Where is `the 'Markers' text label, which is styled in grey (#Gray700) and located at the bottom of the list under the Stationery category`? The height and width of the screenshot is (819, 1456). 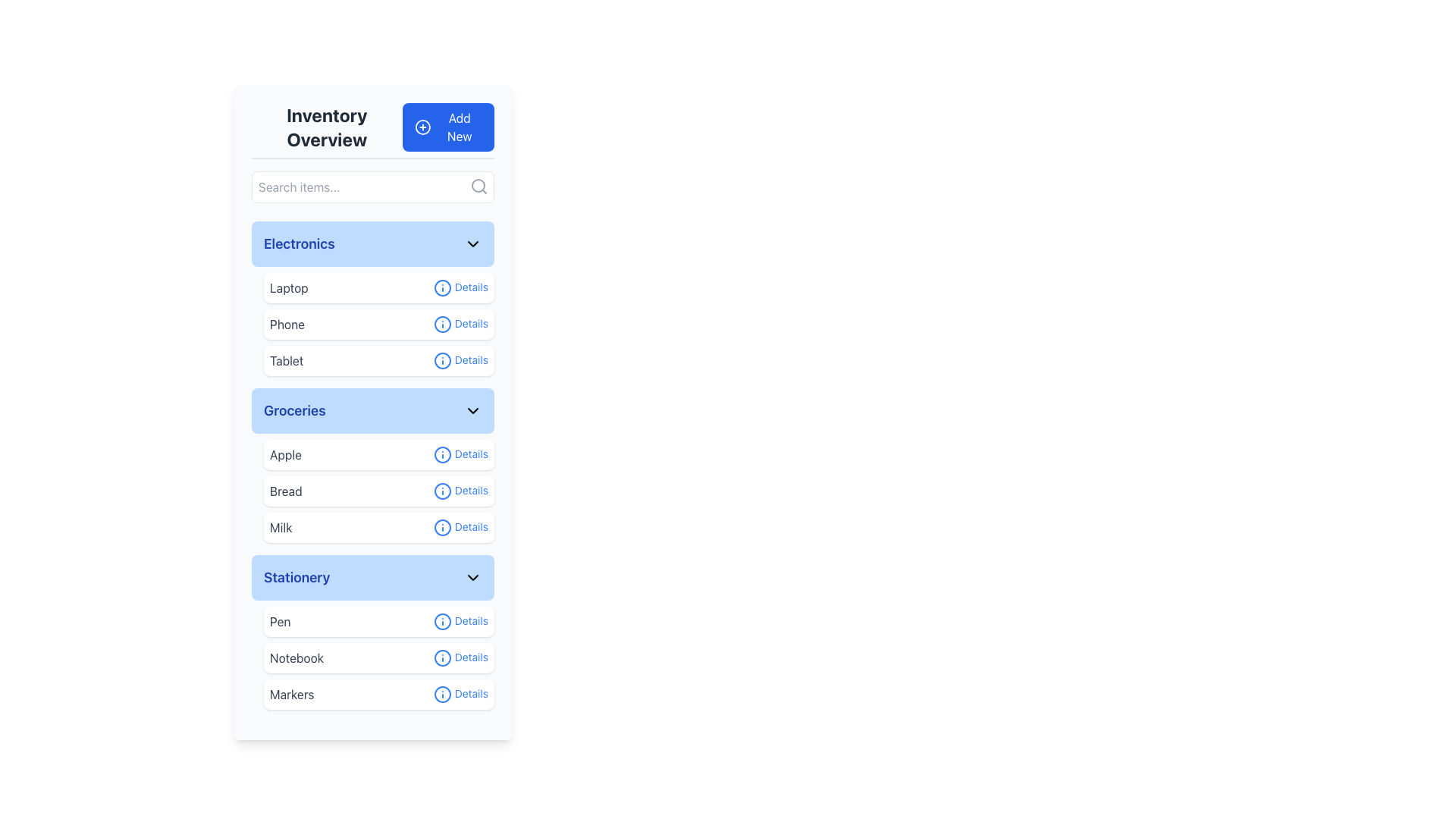
the 'Markers' text label, which is styled in grey (#Gray700) and located at the bottom of the list under the Stationery category is located at coordinates (292, 694).